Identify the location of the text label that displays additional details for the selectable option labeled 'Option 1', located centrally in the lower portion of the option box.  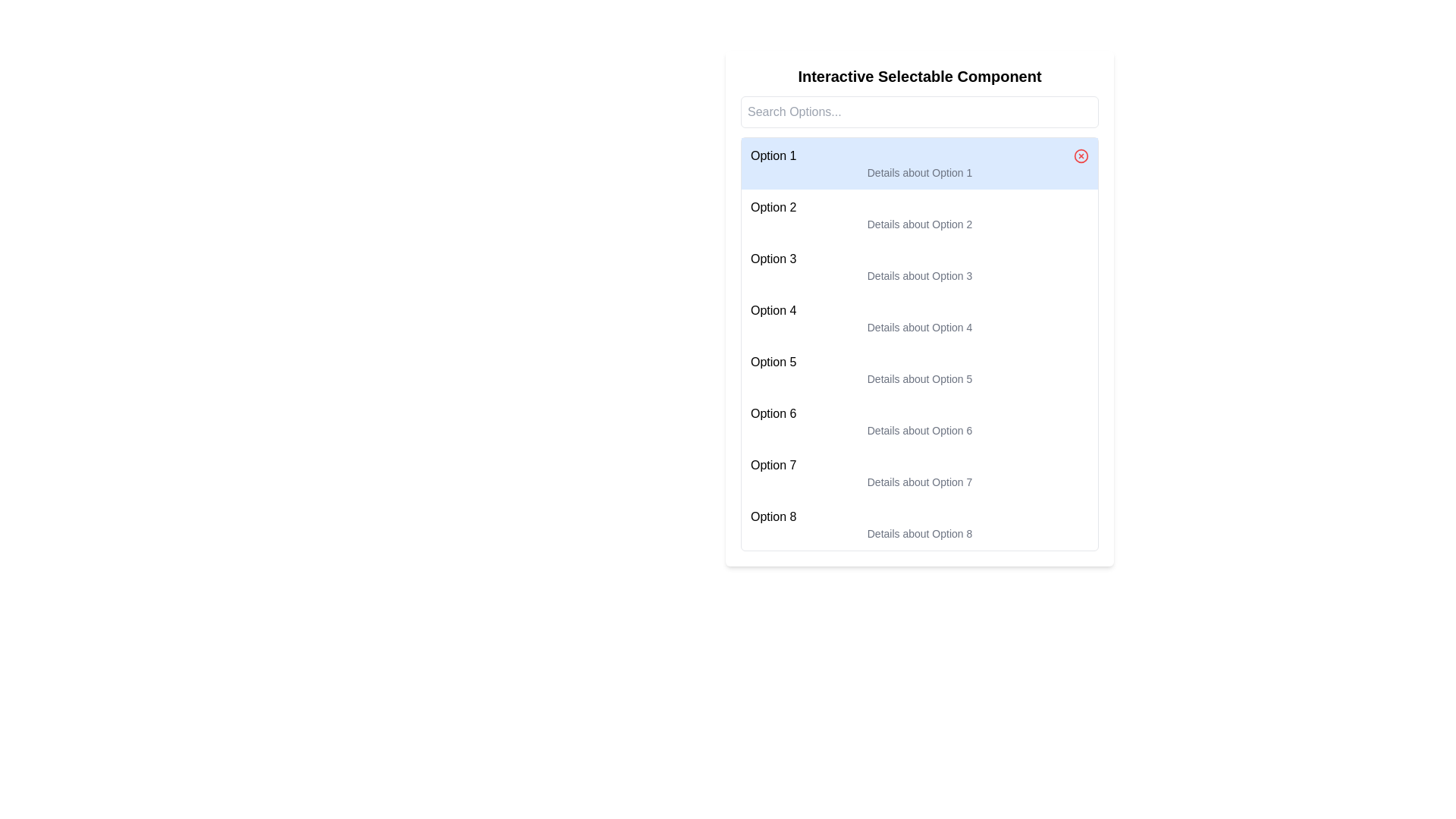
(919, 171).